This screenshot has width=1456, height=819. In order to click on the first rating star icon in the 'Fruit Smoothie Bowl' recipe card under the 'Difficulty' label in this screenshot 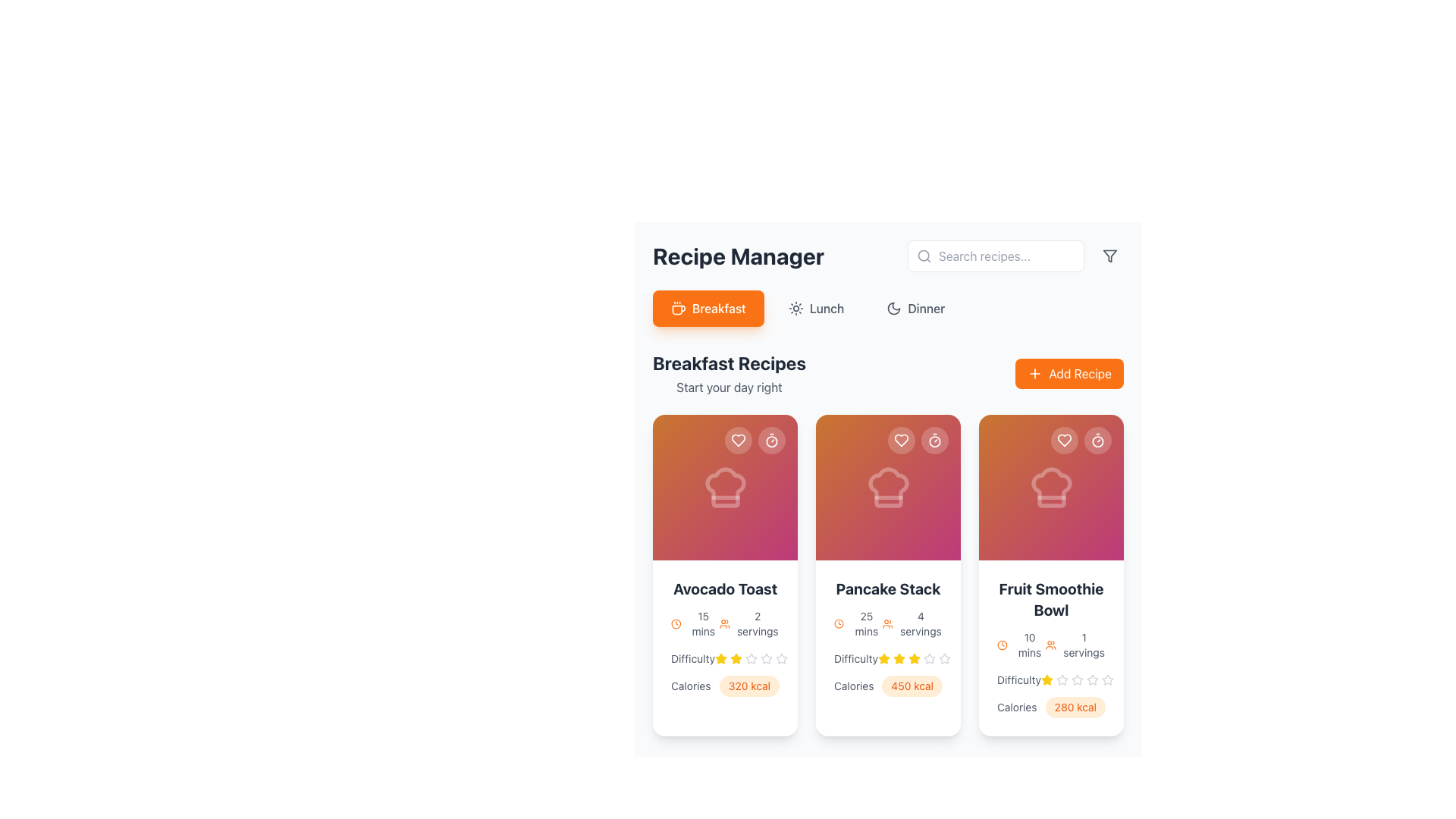, I will do `click(1092, 678)`.